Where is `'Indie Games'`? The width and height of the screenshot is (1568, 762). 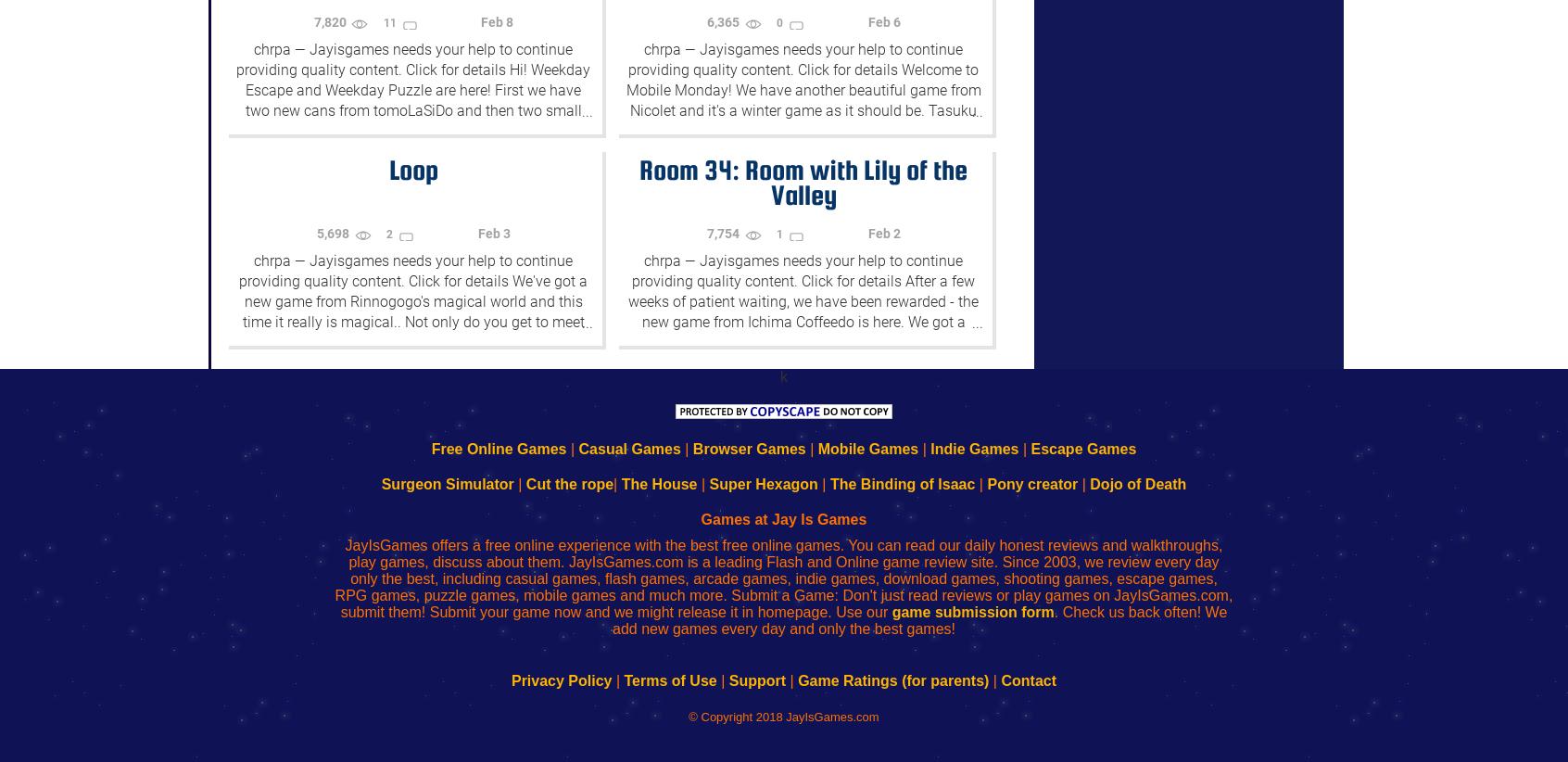
'Indie Games' is located at coordinates (973, 449).